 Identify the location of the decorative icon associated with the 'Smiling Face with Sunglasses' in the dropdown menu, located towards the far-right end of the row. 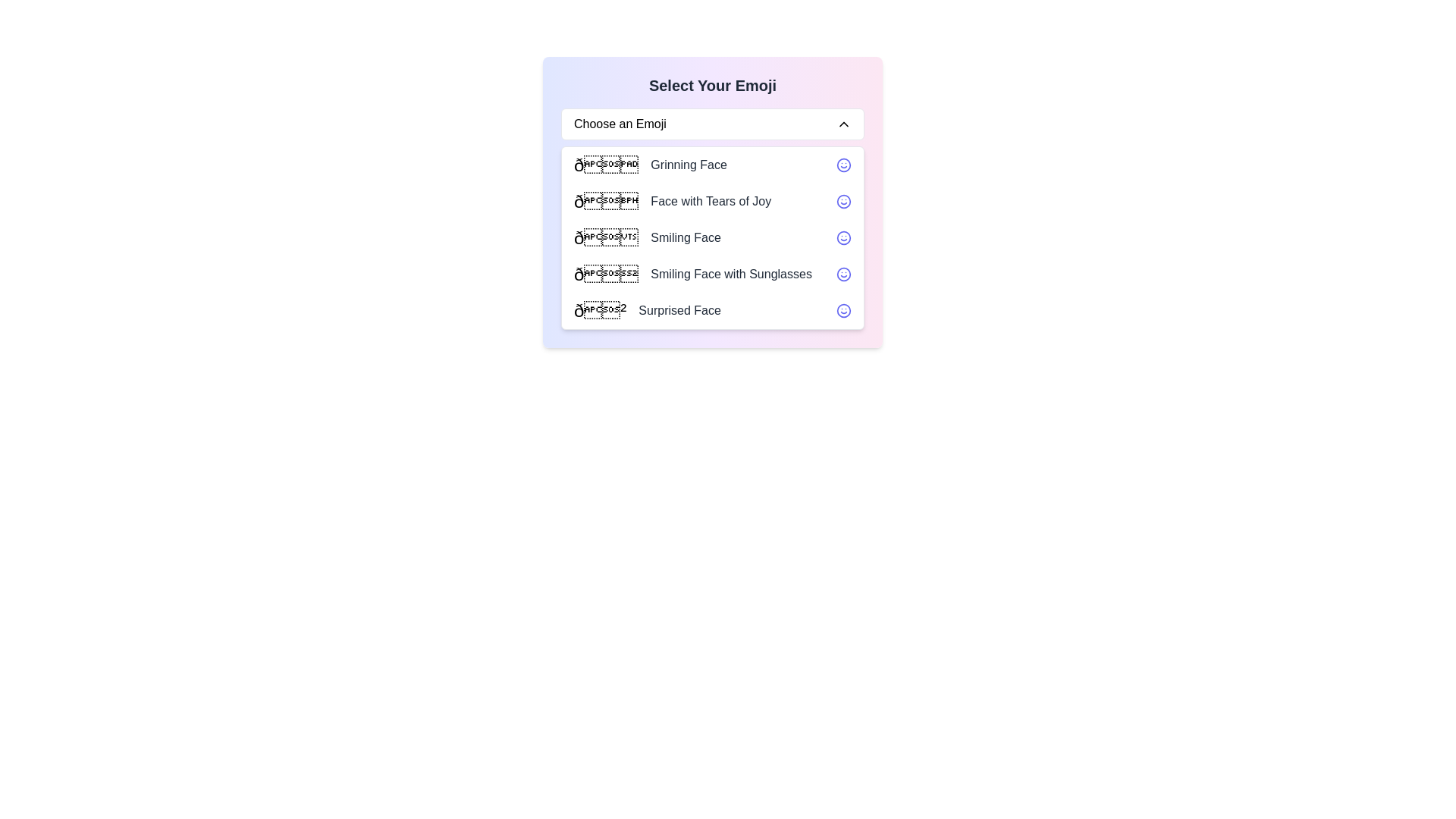
(843, 275).